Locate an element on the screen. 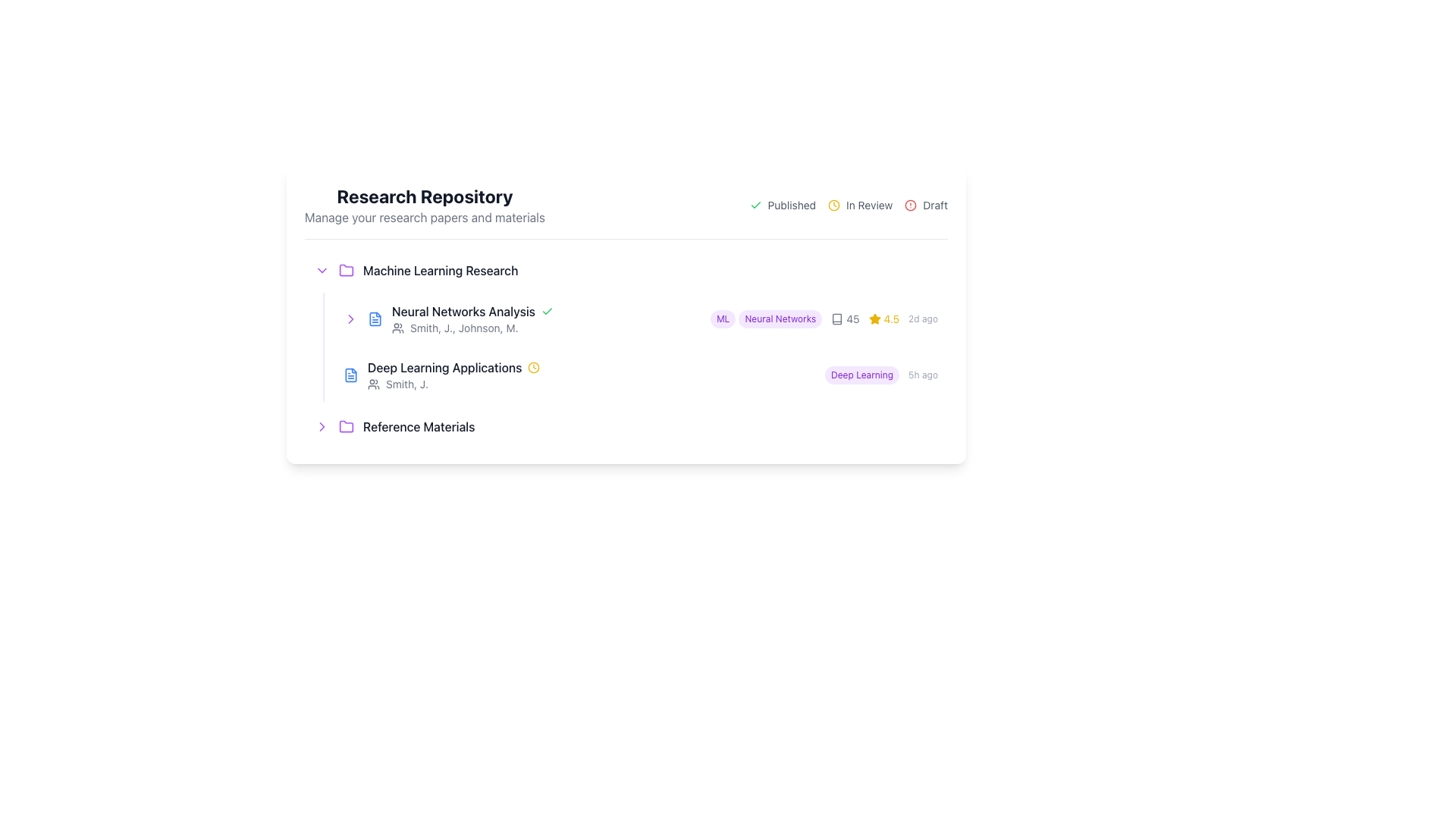 This screenshot has width=1456, height=819. the textual component displaying authors or contributors related to 'Neural Networks Analysis', located directly below the main title in the 'Machine Learning Research' category is located at coordinates (546, 327).